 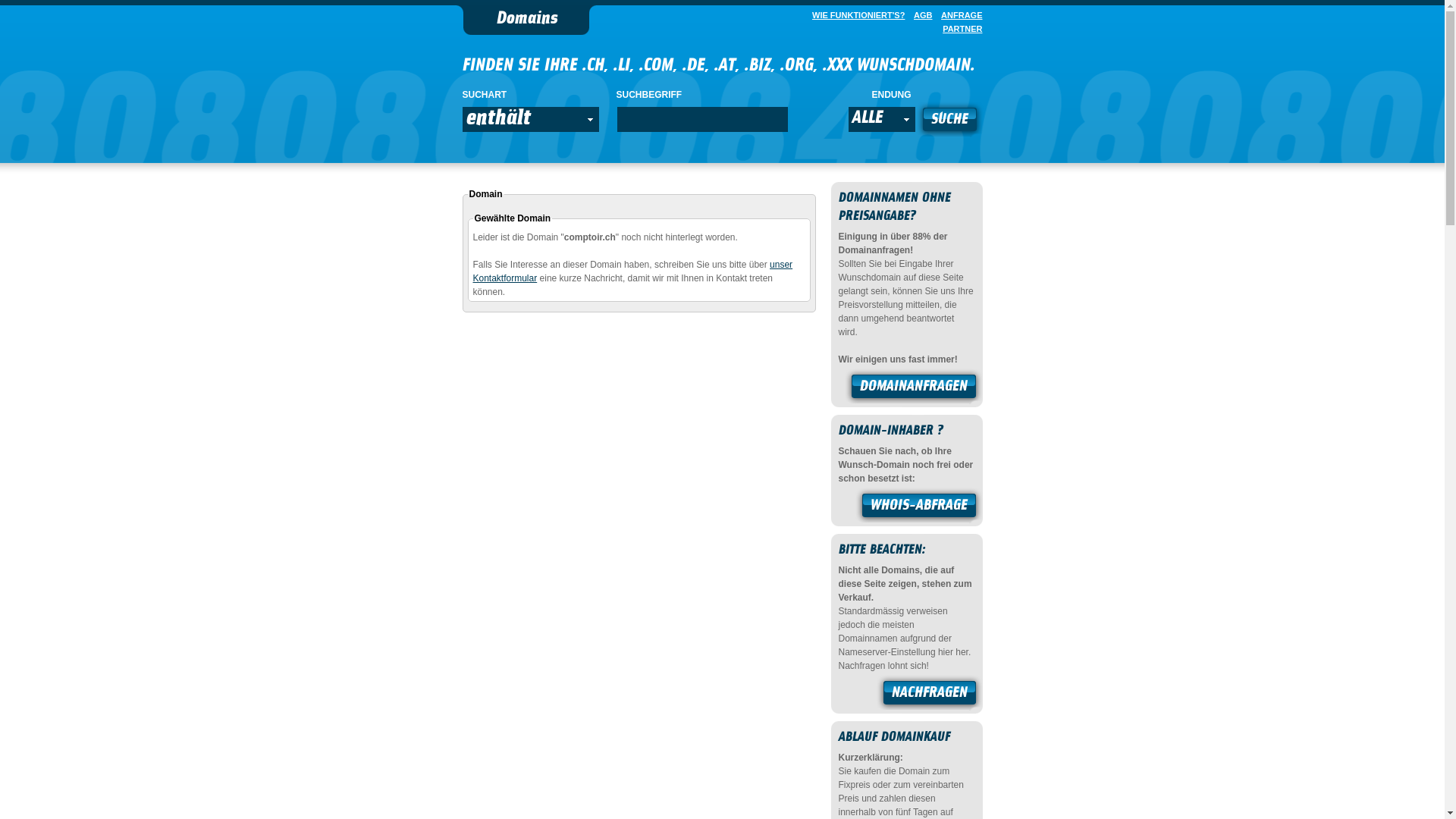 What do you see at coordinates (915, 120) in the screenshot?
I see `'SUCHE'` at bounding box center [915, 120].